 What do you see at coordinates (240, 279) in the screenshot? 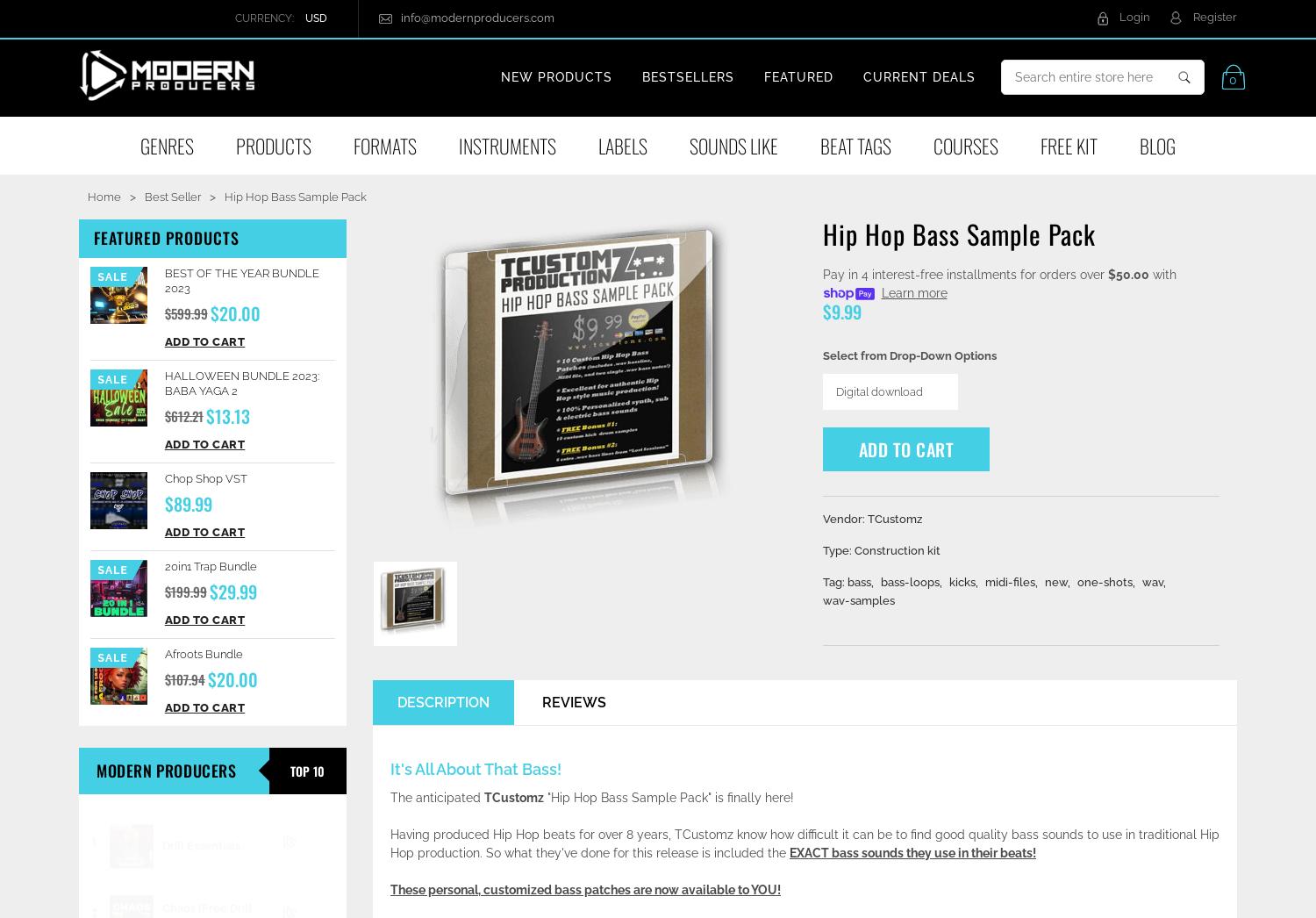
I see `'BEST OF THE YEAR BUNDLE 2023'` at bounding box center [240, 279].